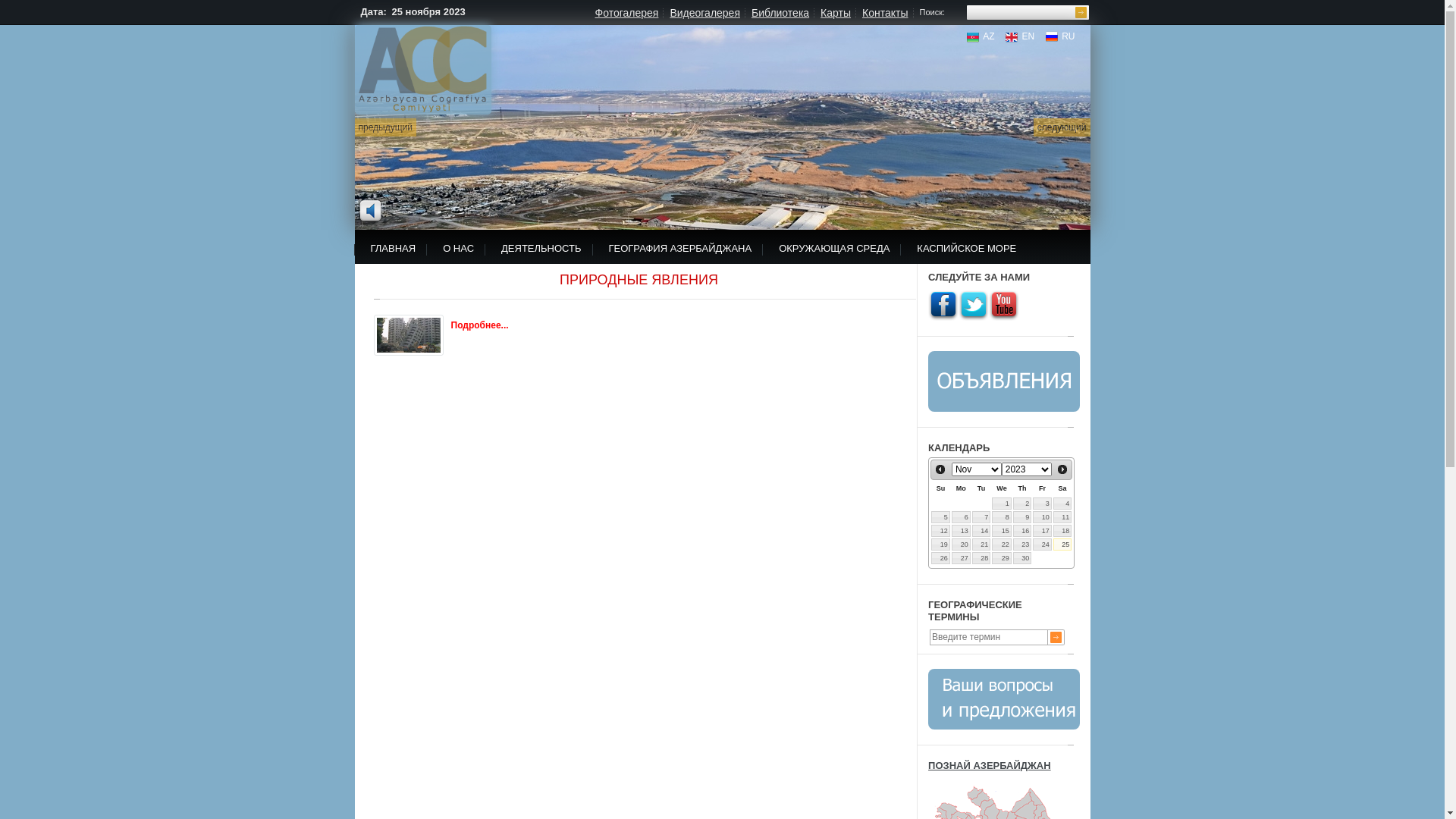 This screenshot has height=819, width=1456. Describe the element at coordinates (1022, 503) in the screenshot. I see `'2'` at that location.